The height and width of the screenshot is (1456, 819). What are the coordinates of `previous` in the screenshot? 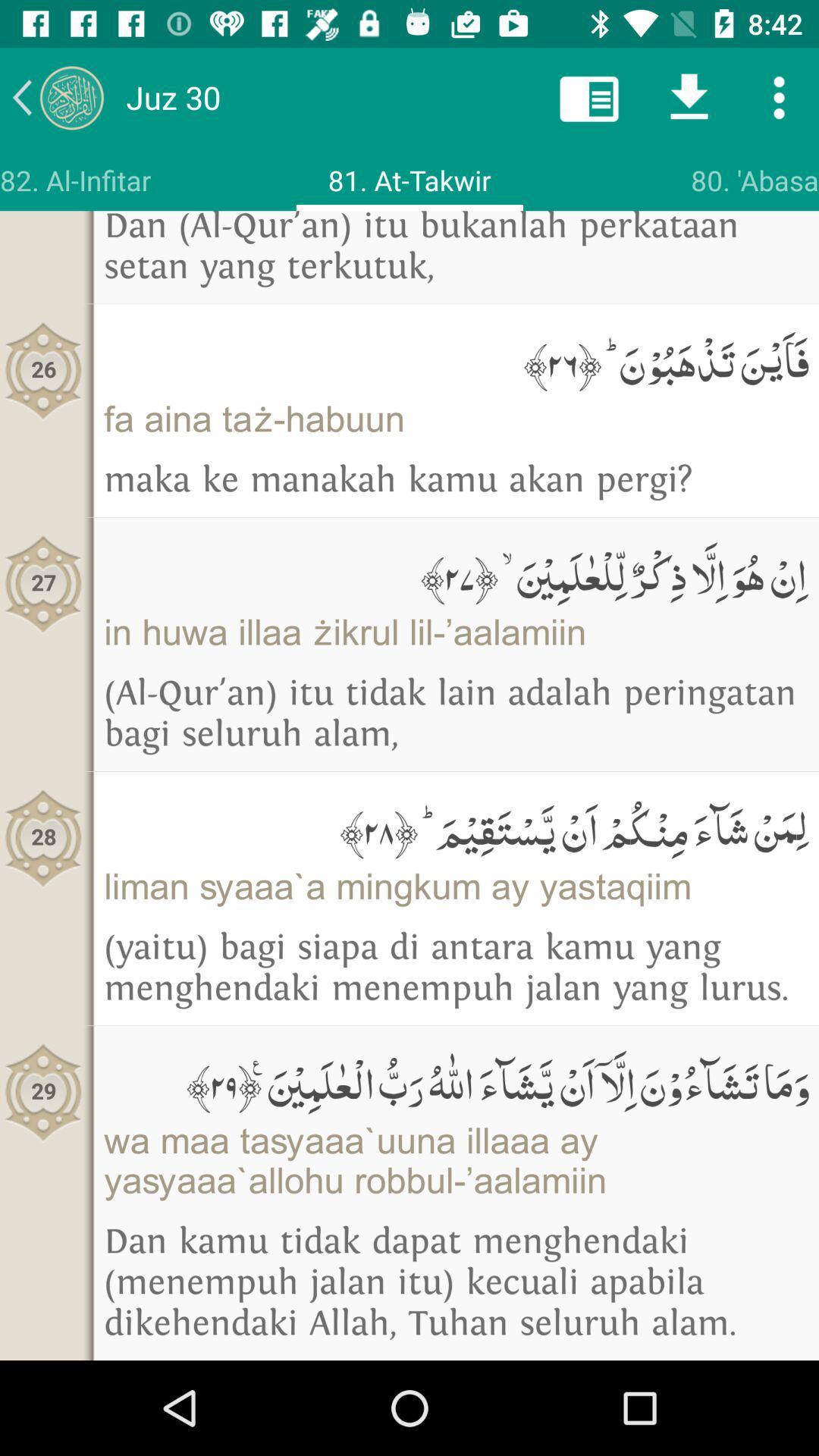 It's located at (57, 96).